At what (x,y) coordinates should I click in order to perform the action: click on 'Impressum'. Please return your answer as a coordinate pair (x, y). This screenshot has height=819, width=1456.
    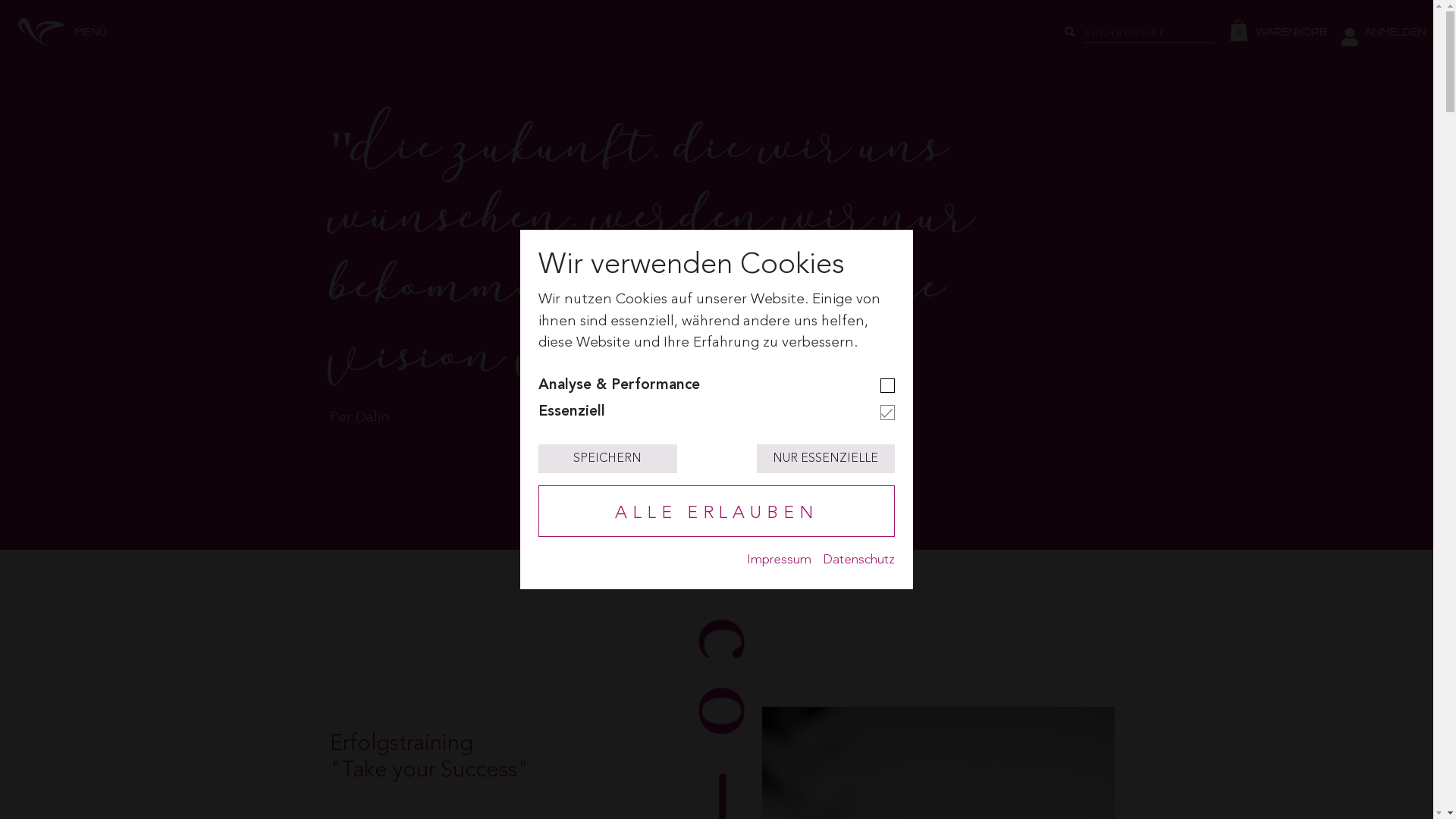
    Looking at the image, I should click on (746, 560).